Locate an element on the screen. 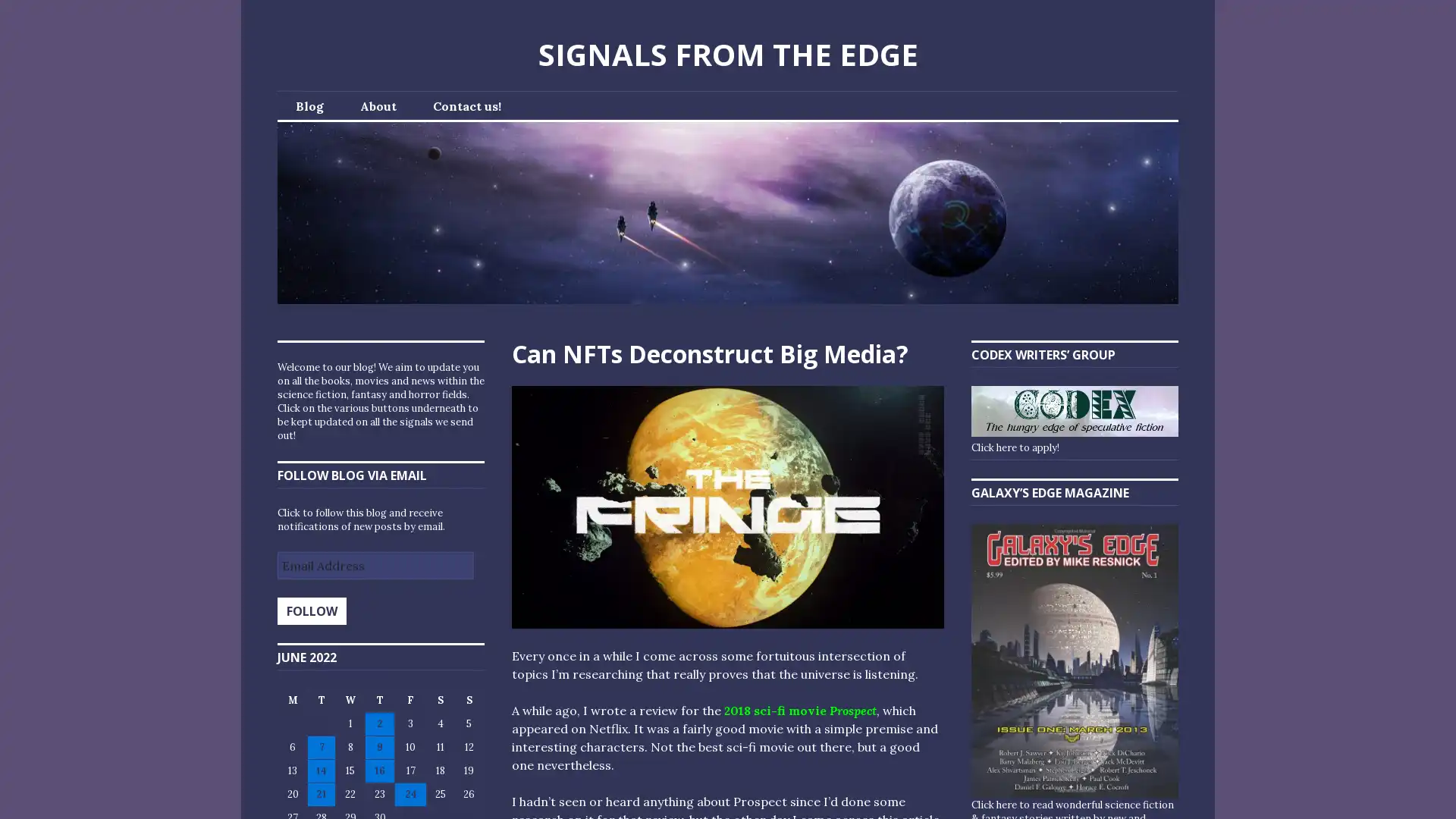 Image resolution: width=1456 pixels, height=819 pixels. FOLLOW is located at coordinates (311, 610).